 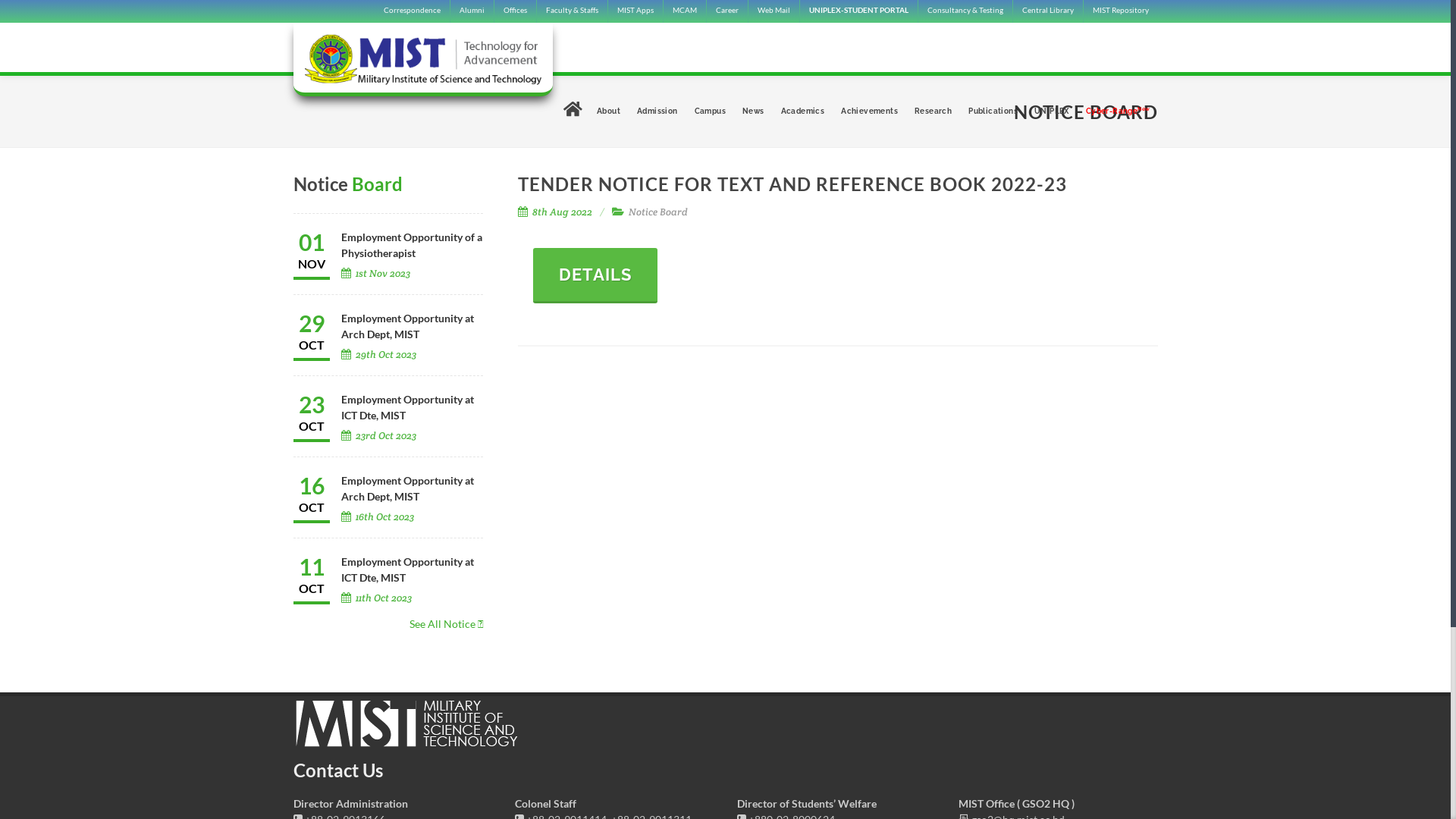 I want to click on 'Achievements', so click(x=869, y=110).